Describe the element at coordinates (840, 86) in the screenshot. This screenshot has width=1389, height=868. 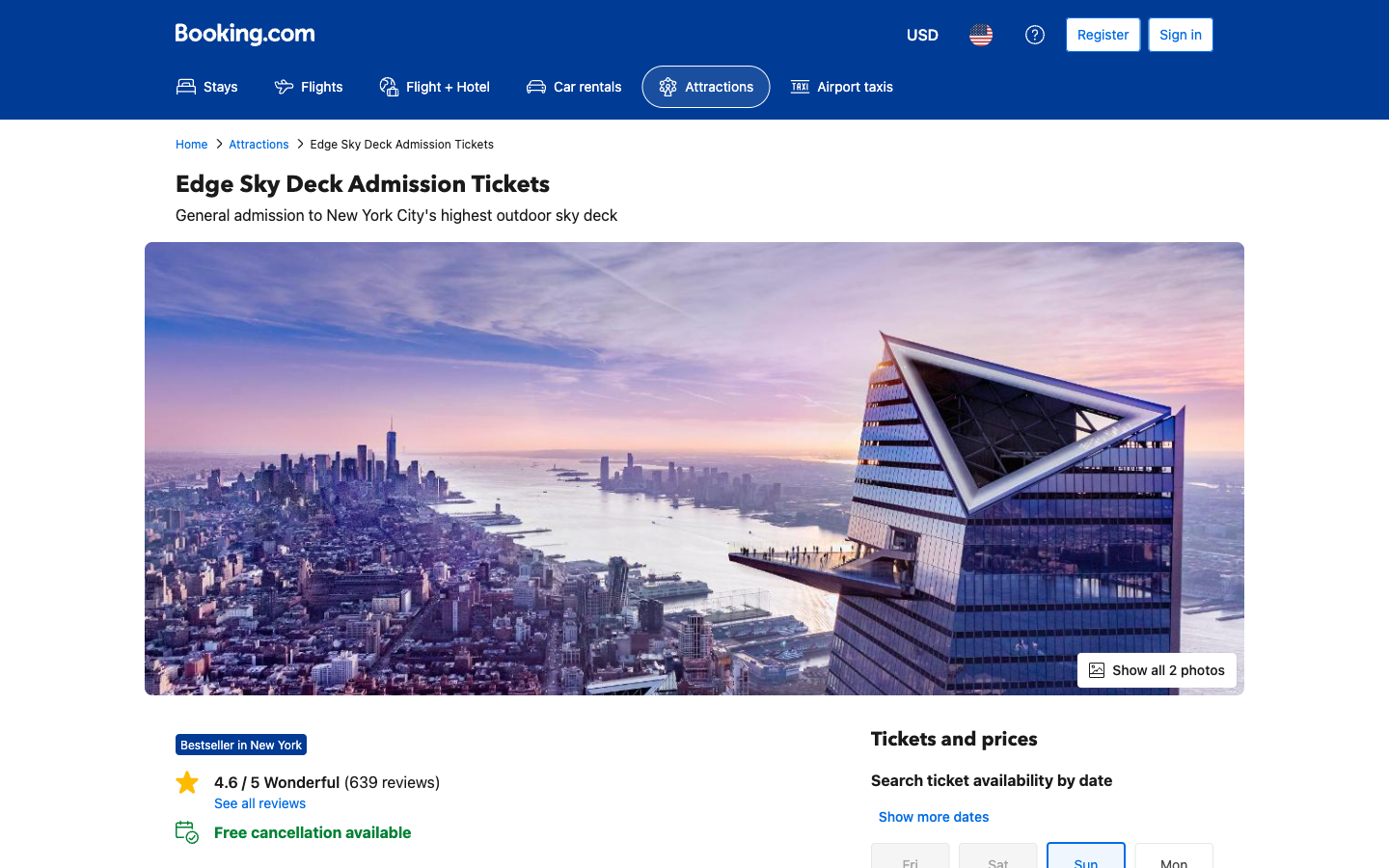
I see `Look for airport cab services` at that location.